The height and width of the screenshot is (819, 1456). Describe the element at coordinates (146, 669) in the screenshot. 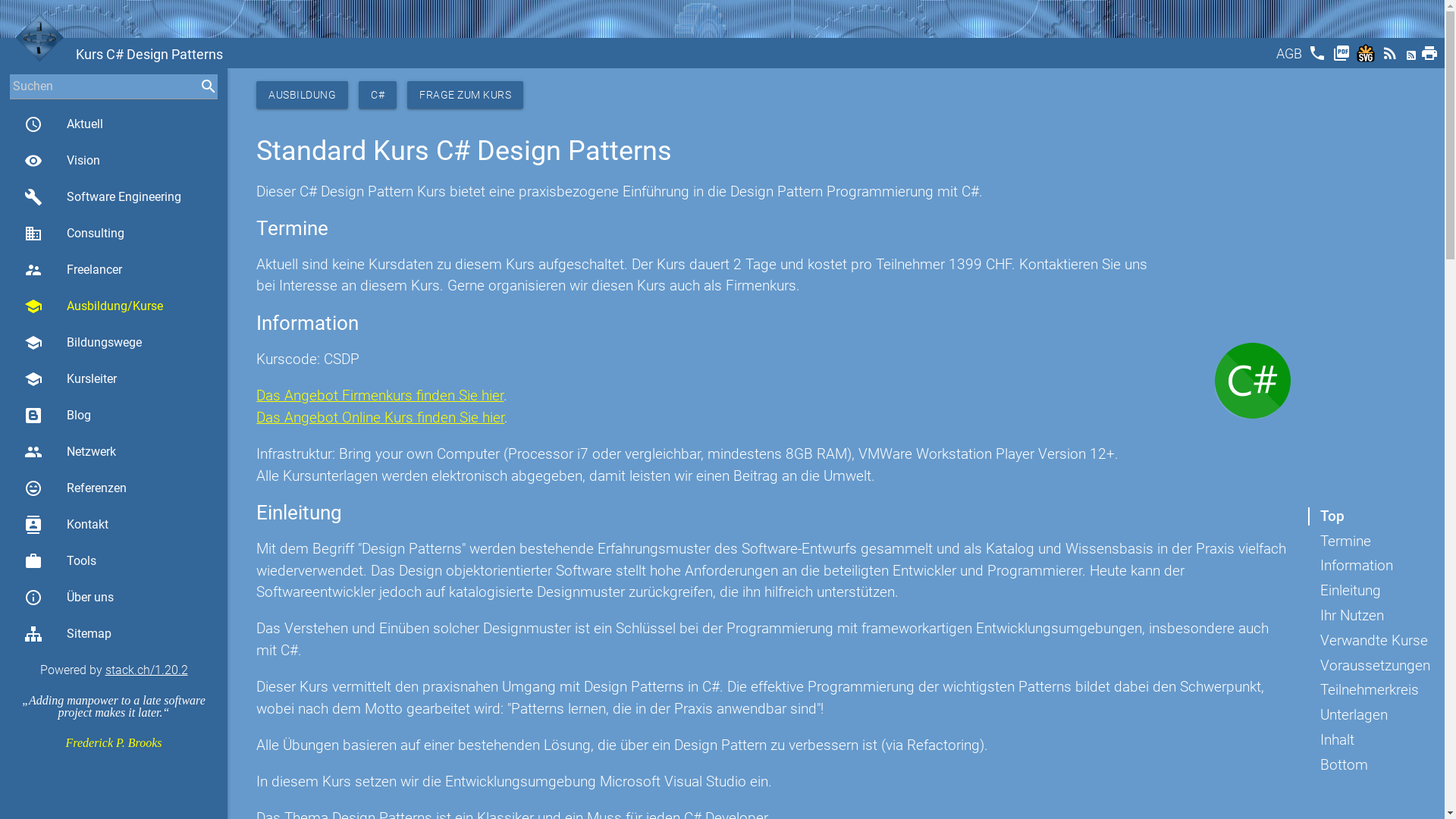

I see `'stack.ch/1.20.2'` at that location.